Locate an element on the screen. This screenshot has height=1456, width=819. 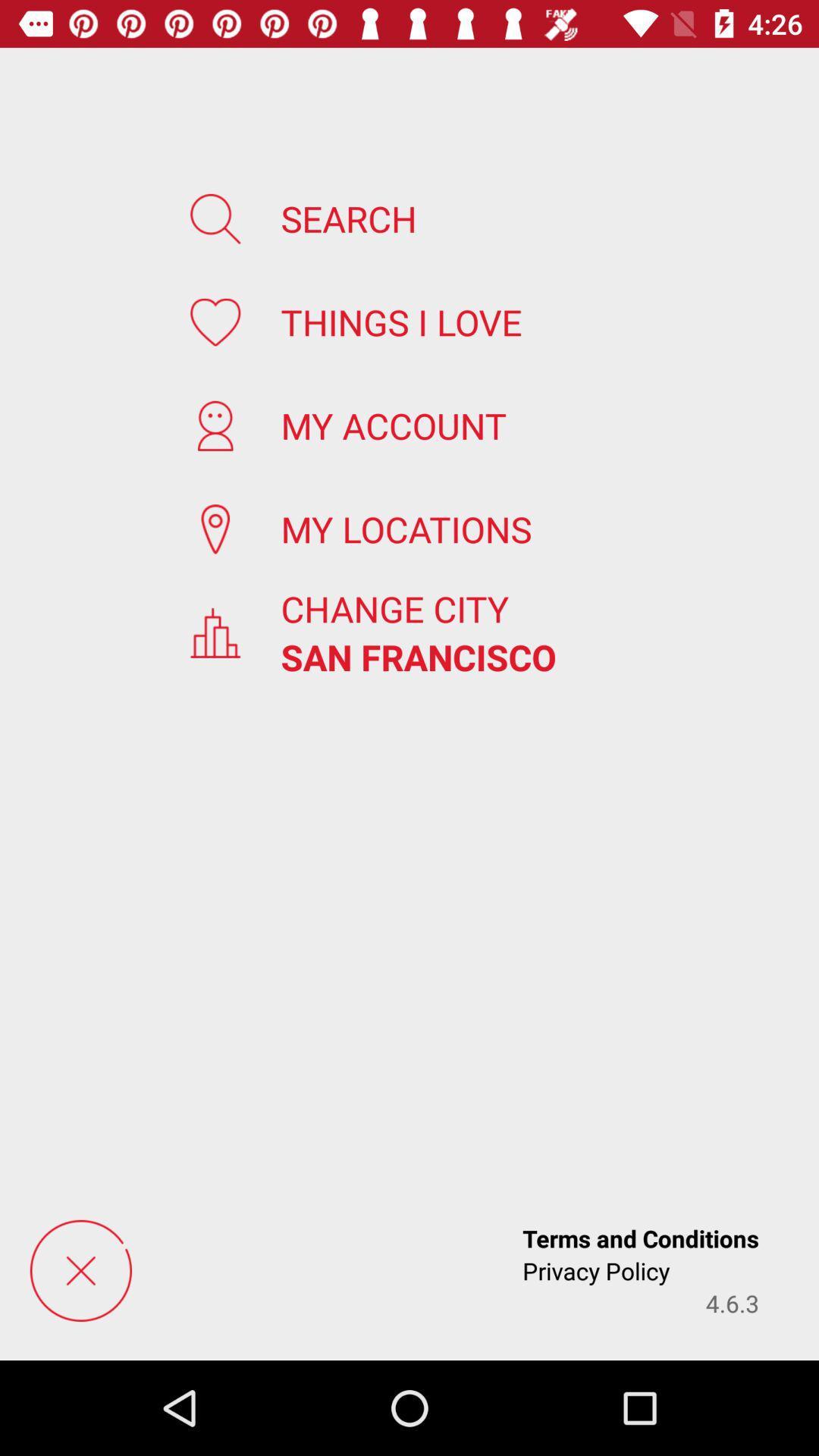
the icon below the terms and conditions app is located at coordinates (731, 1302).